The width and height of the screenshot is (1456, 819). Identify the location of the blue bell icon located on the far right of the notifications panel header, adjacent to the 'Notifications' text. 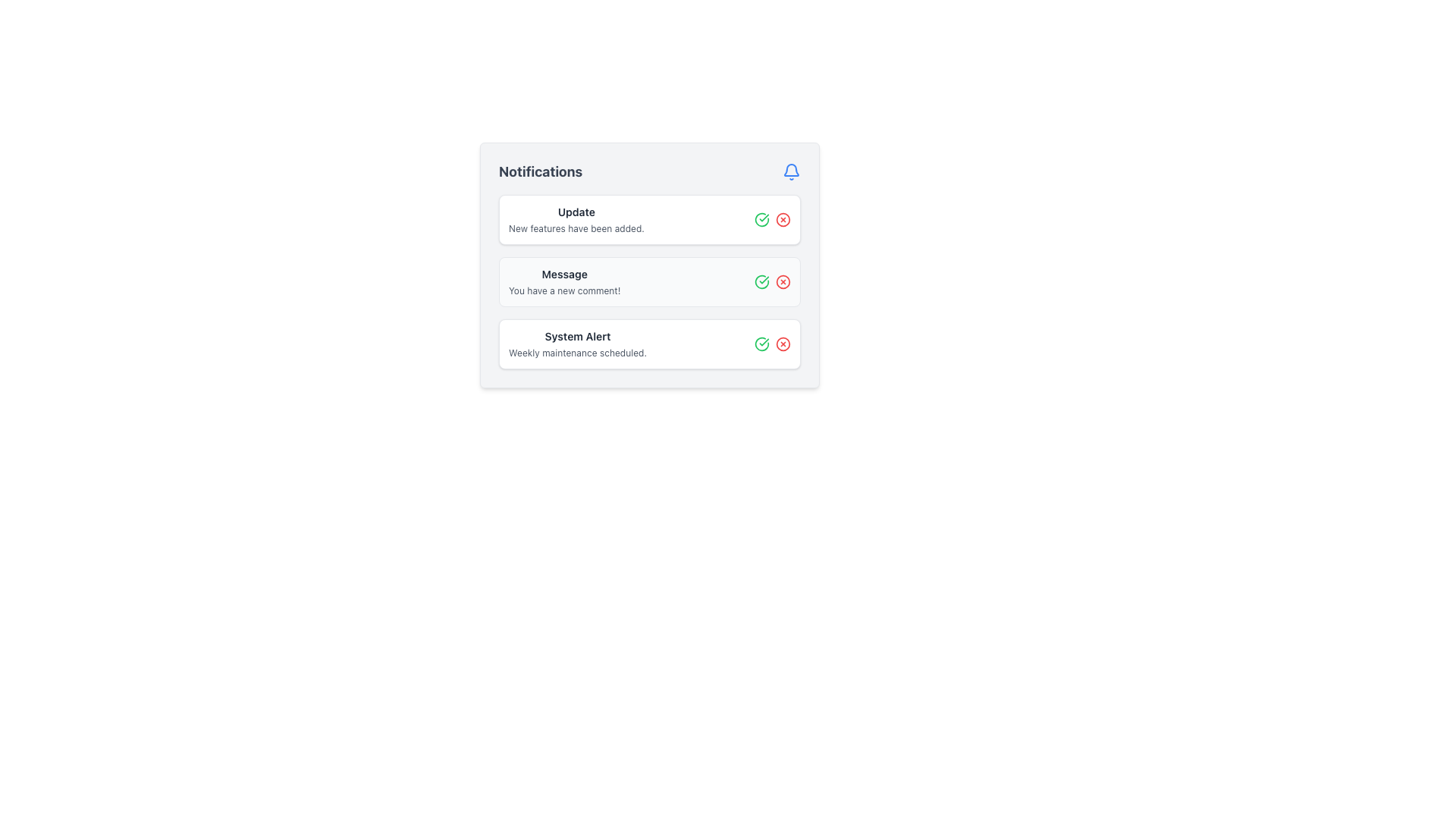
(790, 171).